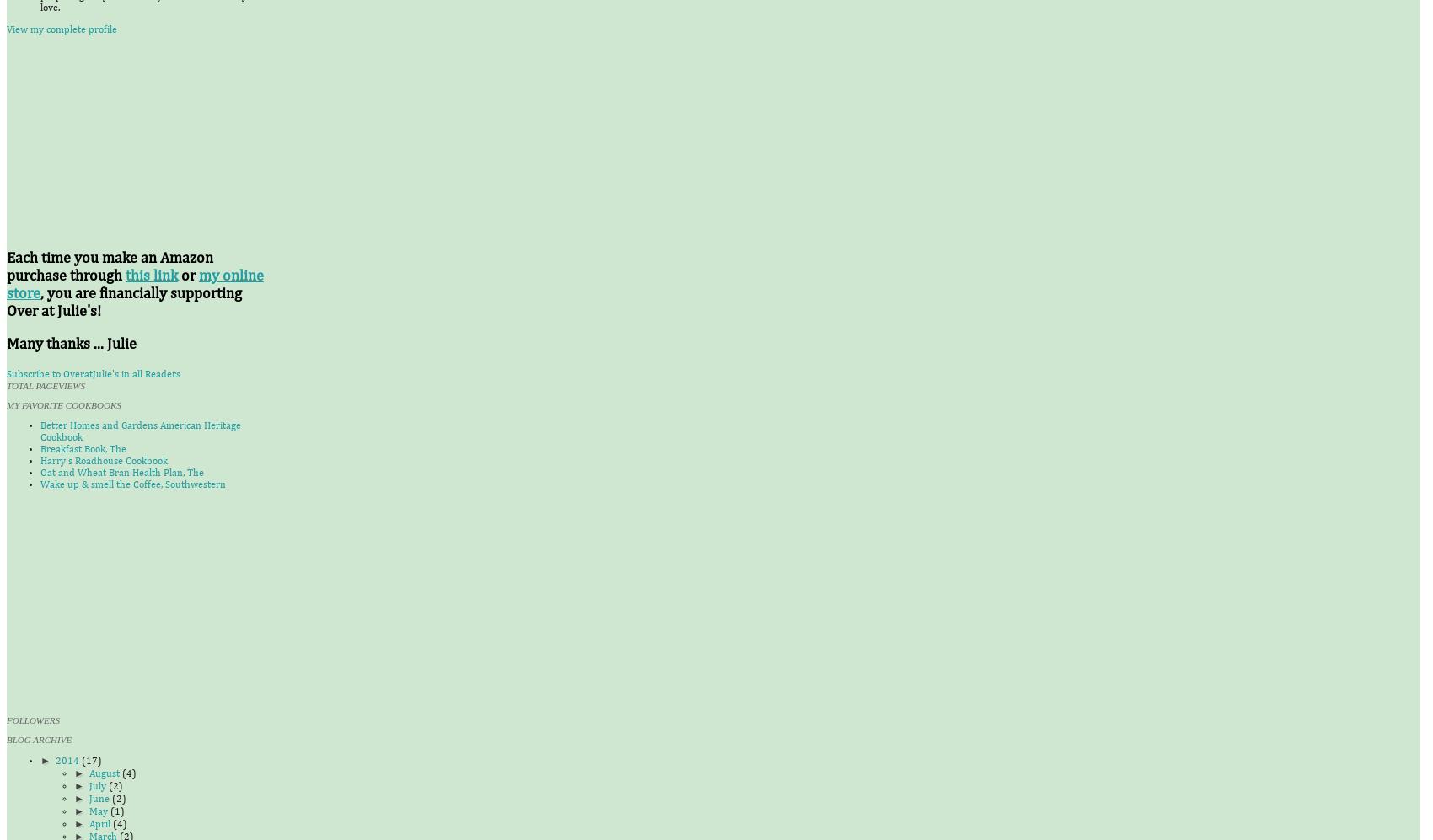 This screenshot has height=840, width=1433. What do you see at coordinates (123, 302) in the screenshot?
I see `', you are financially supporting Over at Julie's!'` at bounding box center [123, 302].